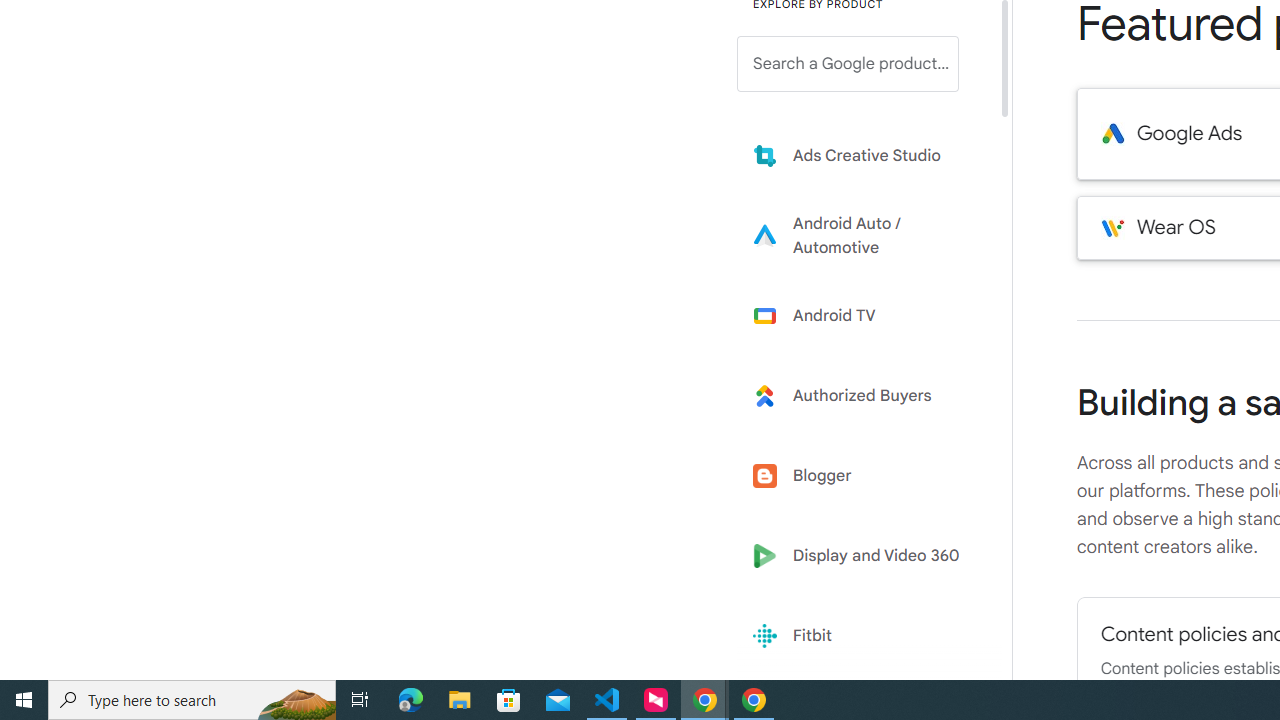  I want to click on 'Learn more about Android TV', so click(862, 315).